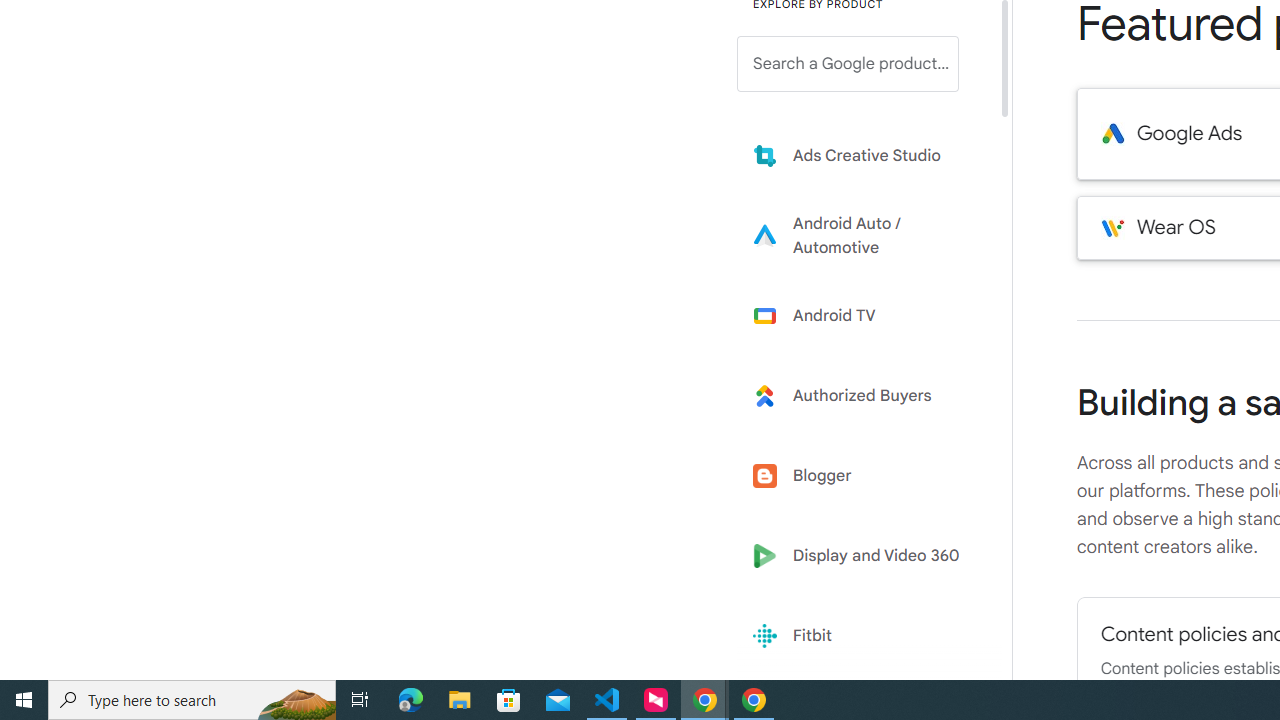  I want to click on 'Learn more about Android TV', so click(862, 315).